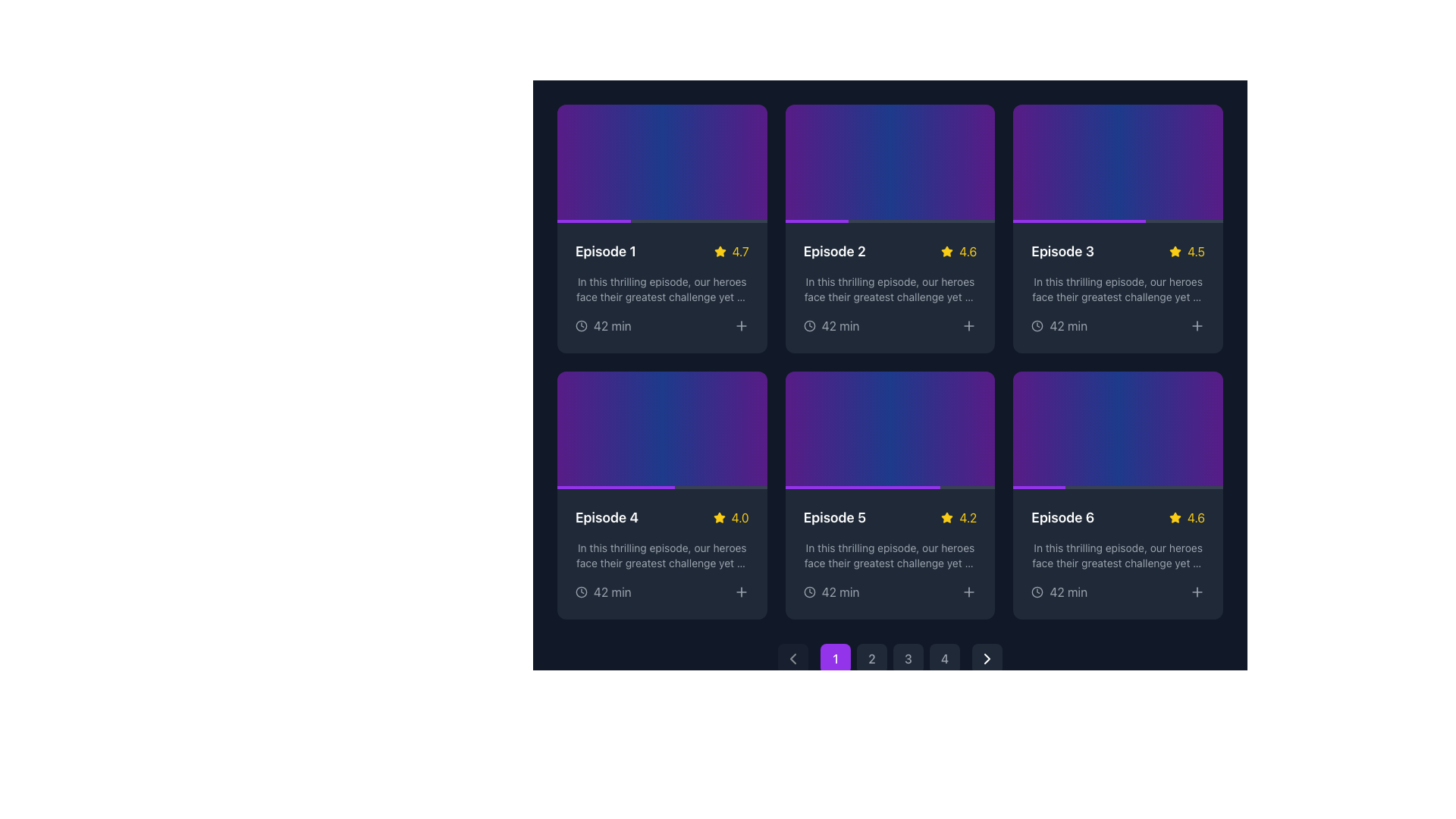 The width and height of the screenshot is (1456, 819). I want to click on the yellow star graphic icon, so click(1174, 517).